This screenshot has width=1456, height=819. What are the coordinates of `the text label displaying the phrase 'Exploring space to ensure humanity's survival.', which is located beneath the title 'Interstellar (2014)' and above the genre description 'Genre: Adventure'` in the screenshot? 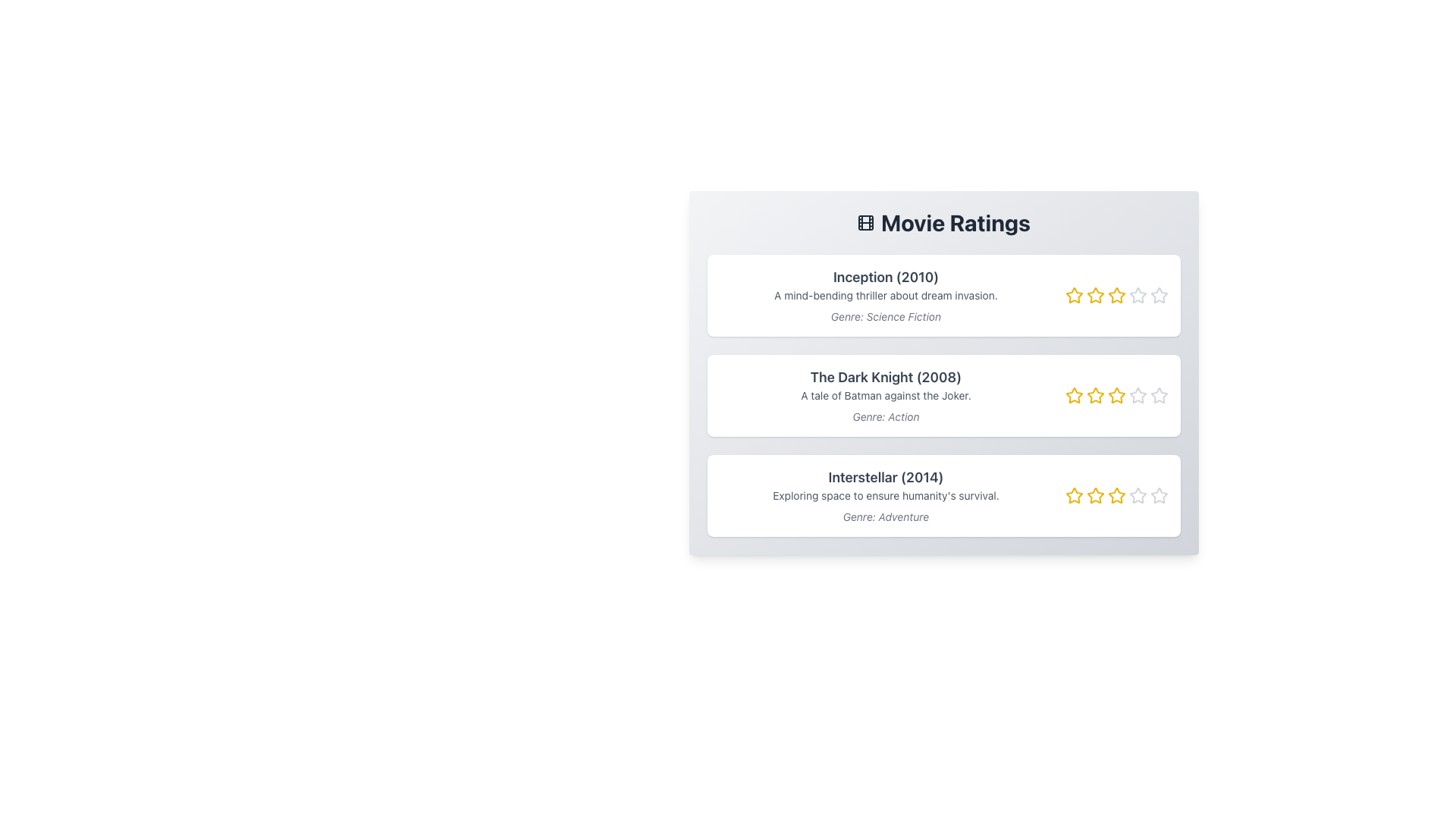 It's located at (886, 496).